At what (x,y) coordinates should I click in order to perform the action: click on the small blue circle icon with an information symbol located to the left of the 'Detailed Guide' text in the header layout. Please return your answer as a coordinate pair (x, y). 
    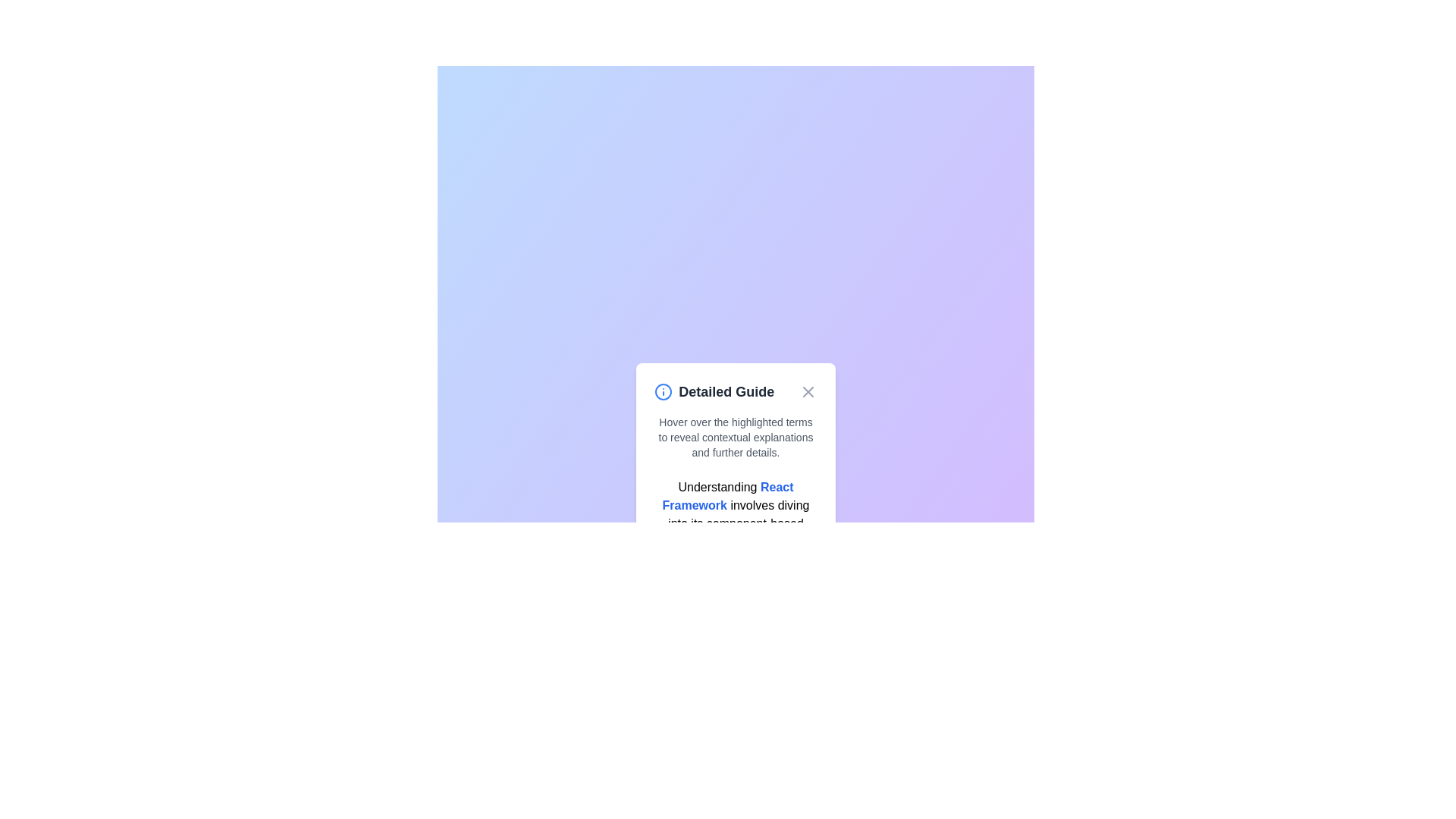
    Looking at the image, I should click on (664, 391).